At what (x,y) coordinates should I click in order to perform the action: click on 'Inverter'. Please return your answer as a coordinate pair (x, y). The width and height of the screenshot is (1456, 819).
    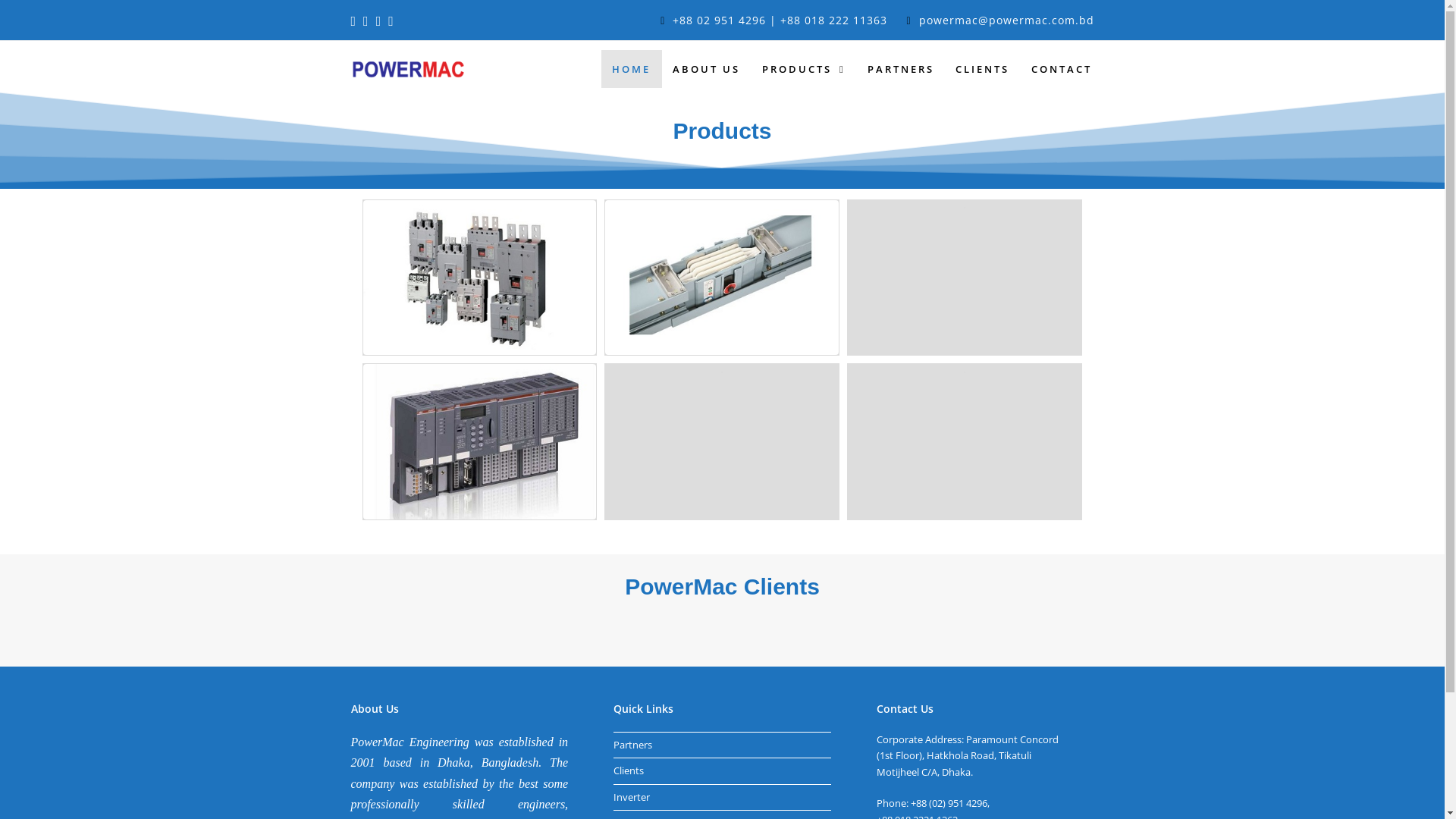
    Looking at the image, I should click on (632, 795).